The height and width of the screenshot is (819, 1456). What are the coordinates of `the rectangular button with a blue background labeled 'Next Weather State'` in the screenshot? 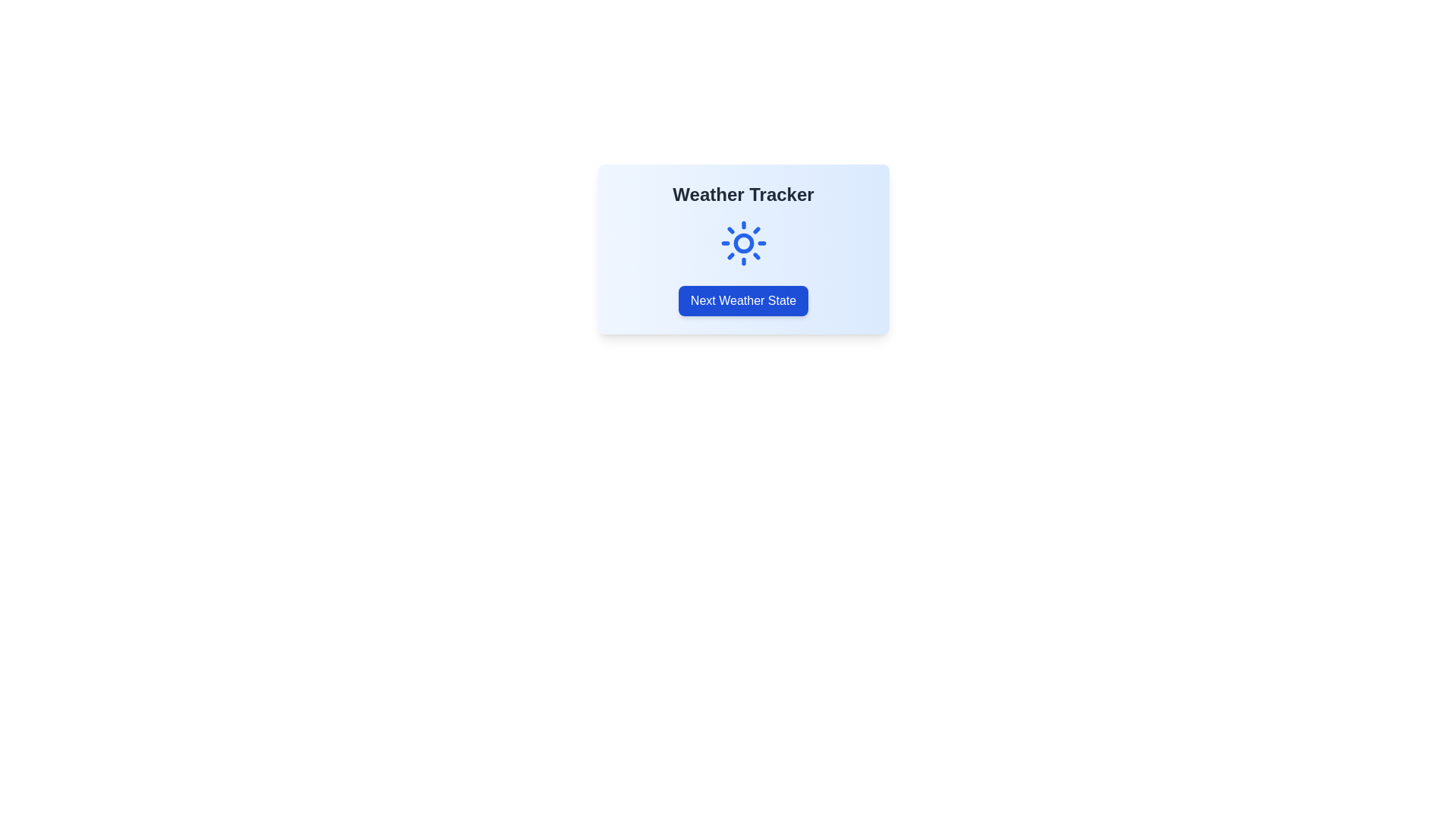 It's located at (743, 301).